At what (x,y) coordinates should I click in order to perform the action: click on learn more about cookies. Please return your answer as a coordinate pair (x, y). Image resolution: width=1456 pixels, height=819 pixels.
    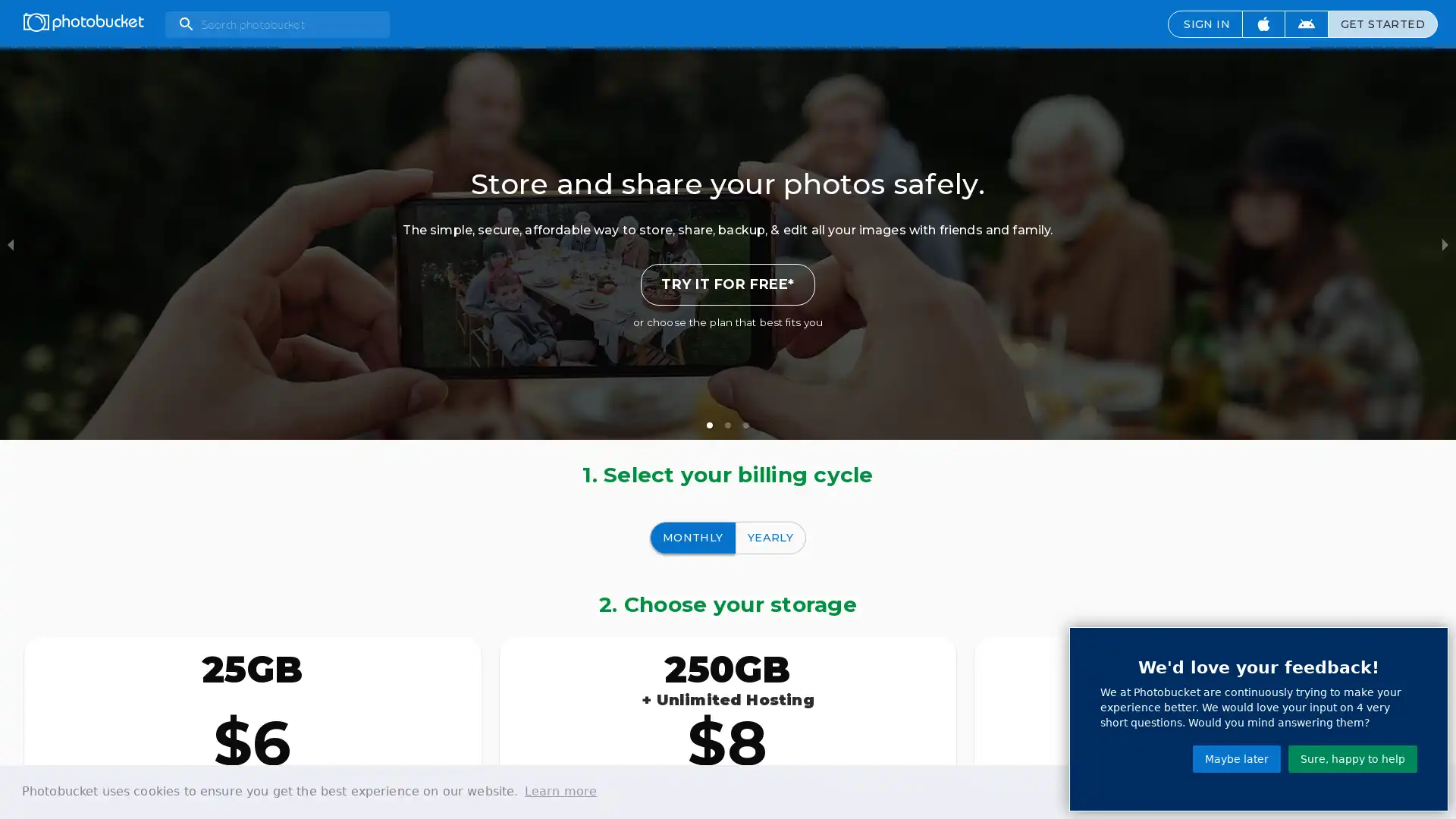
    Looking at the image, I should click on (560, 791).